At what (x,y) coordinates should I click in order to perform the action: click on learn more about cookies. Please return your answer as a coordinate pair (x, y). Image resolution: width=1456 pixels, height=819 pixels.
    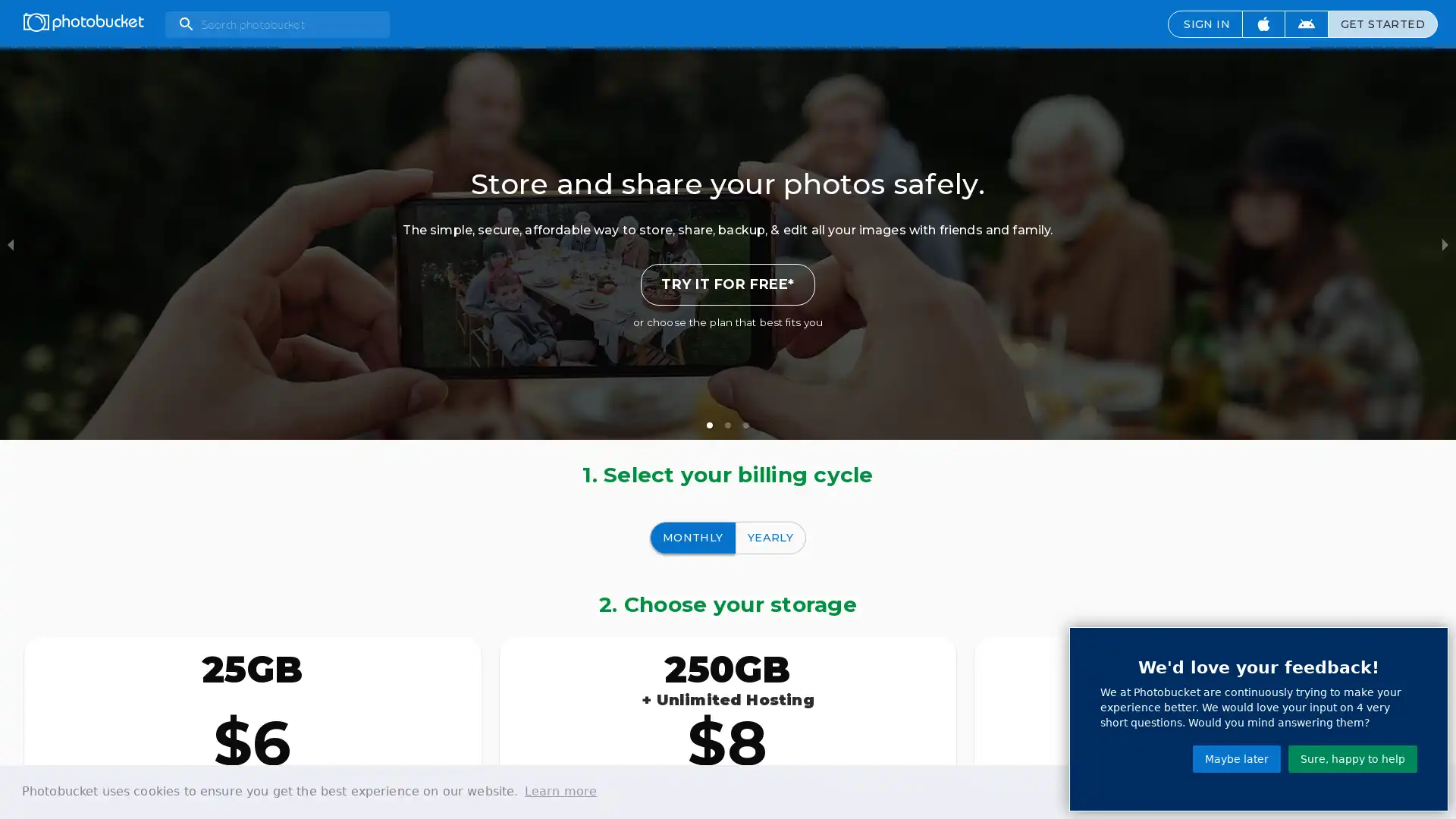
    Looking at the image, I should click on (560, 791).